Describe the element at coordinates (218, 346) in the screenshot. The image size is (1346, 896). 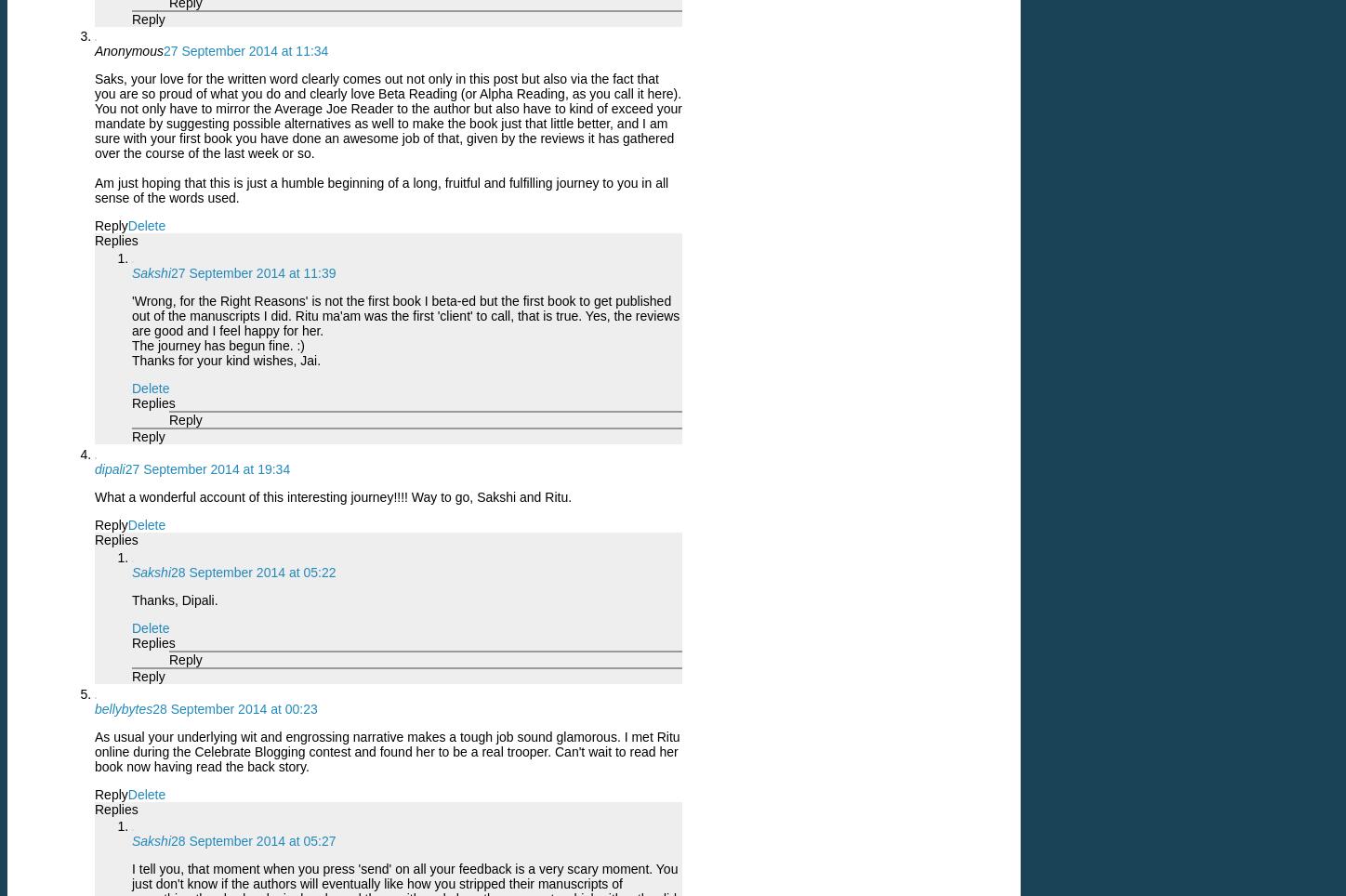
I see `'The journey has begun fine. :)'` at that location.